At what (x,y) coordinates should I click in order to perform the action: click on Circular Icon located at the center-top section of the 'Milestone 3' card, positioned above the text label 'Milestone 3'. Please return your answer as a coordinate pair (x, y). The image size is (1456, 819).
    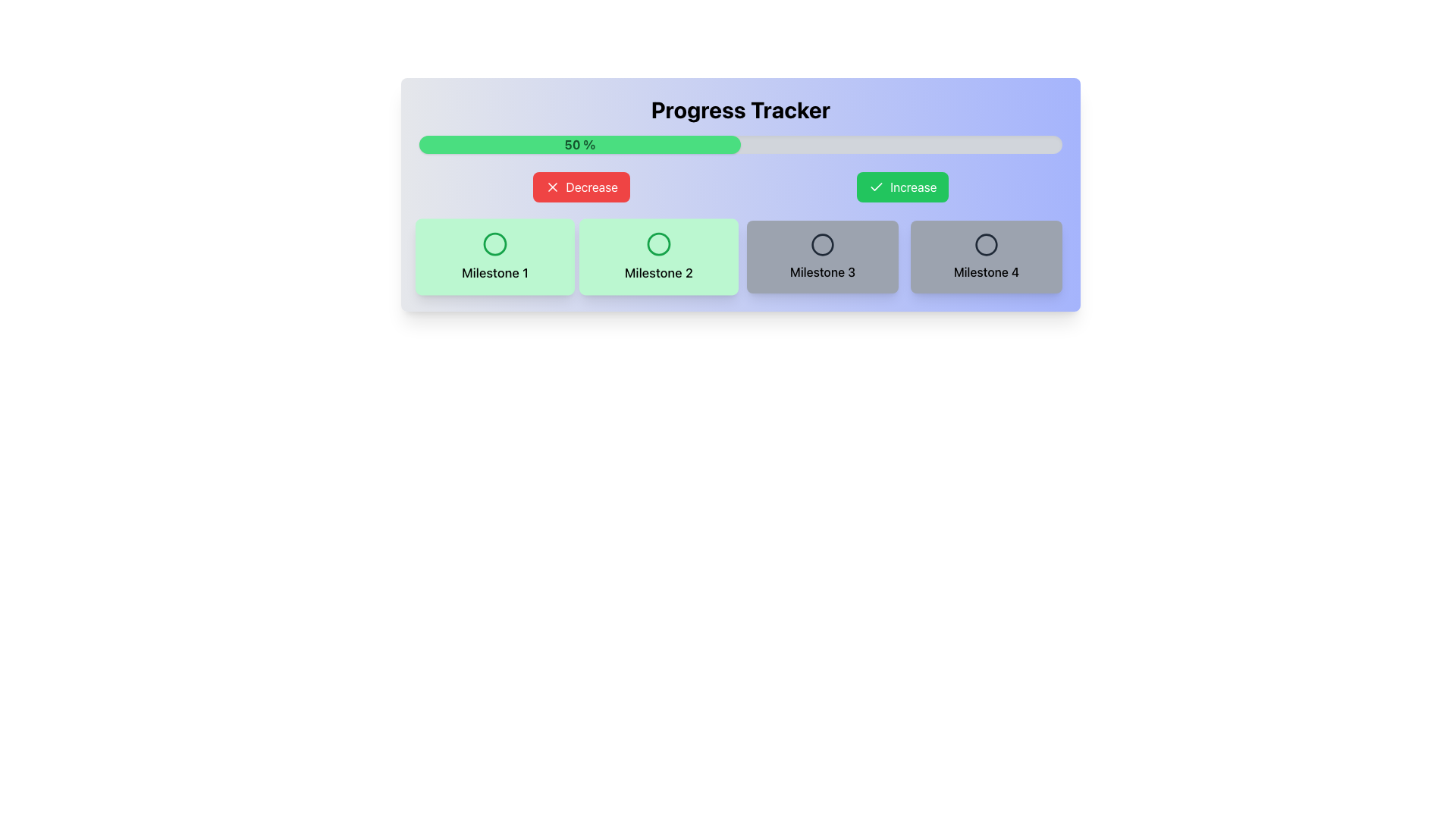
    Looking at the image, I should click on (821, 244).